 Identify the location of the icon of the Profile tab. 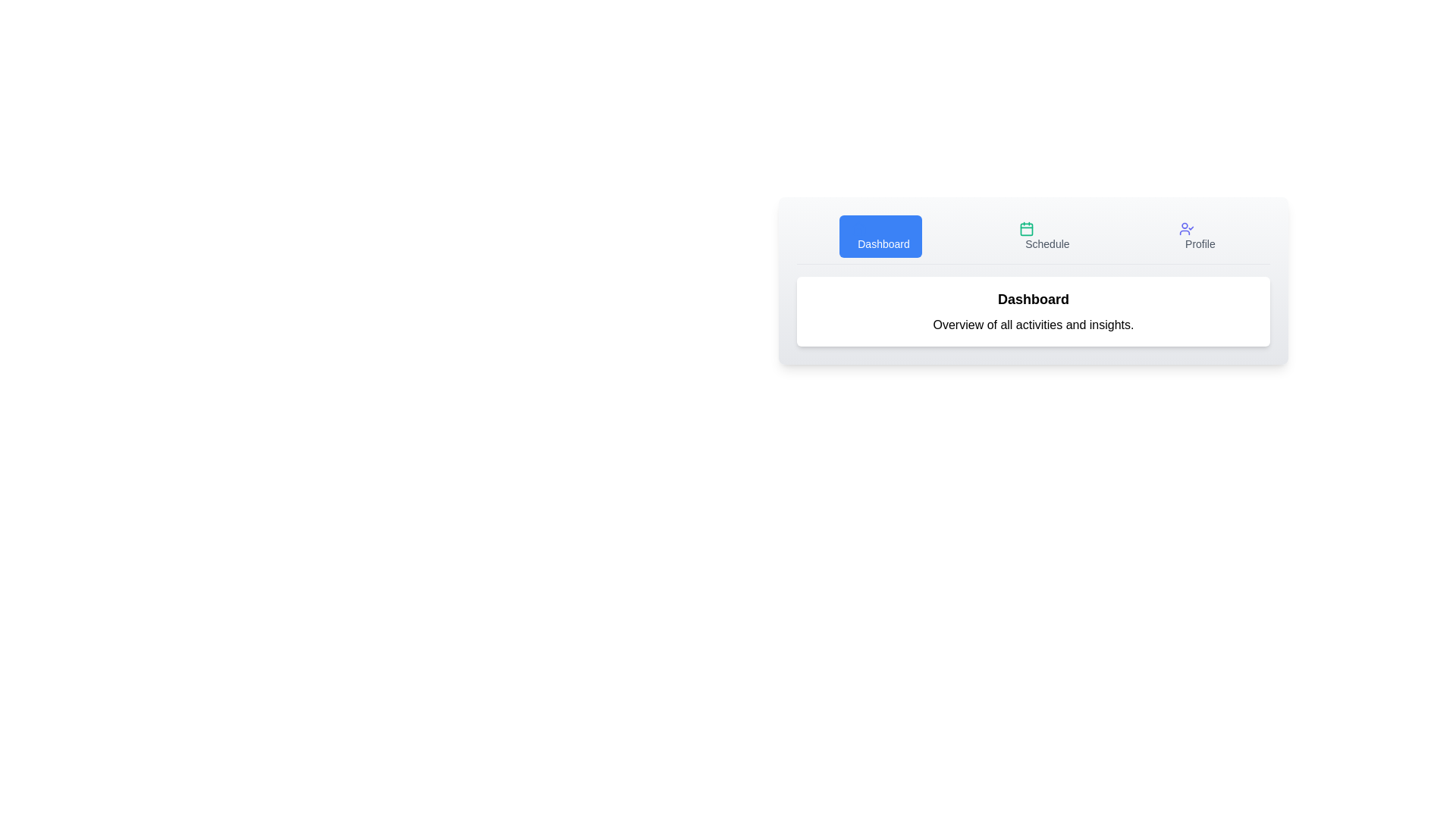
(1185, 228).